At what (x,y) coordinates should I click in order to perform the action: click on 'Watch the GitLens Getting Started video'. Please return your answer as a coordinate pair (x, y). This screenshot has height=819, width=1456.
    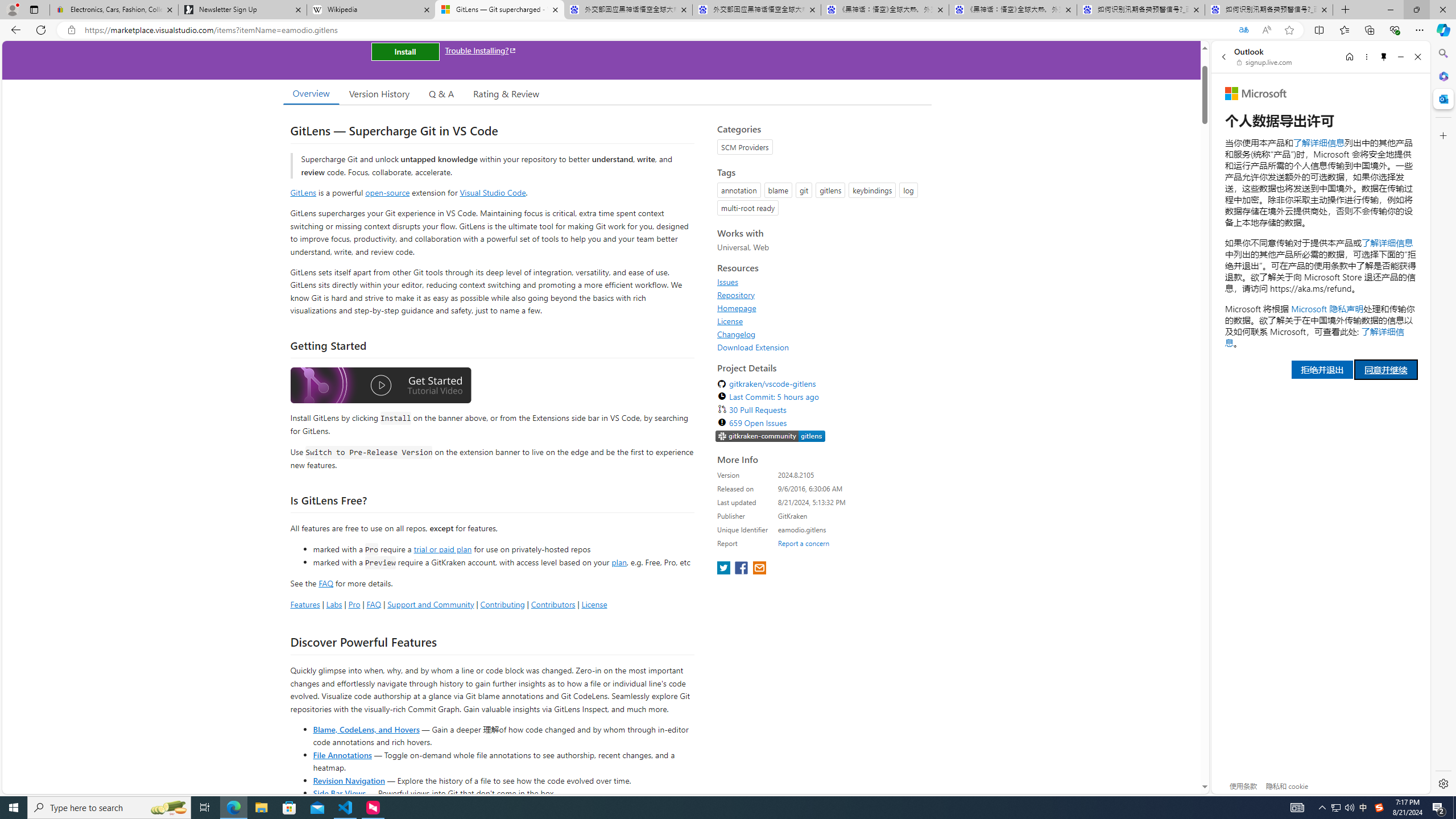
    Looking at the image, I should click on (380, 385).